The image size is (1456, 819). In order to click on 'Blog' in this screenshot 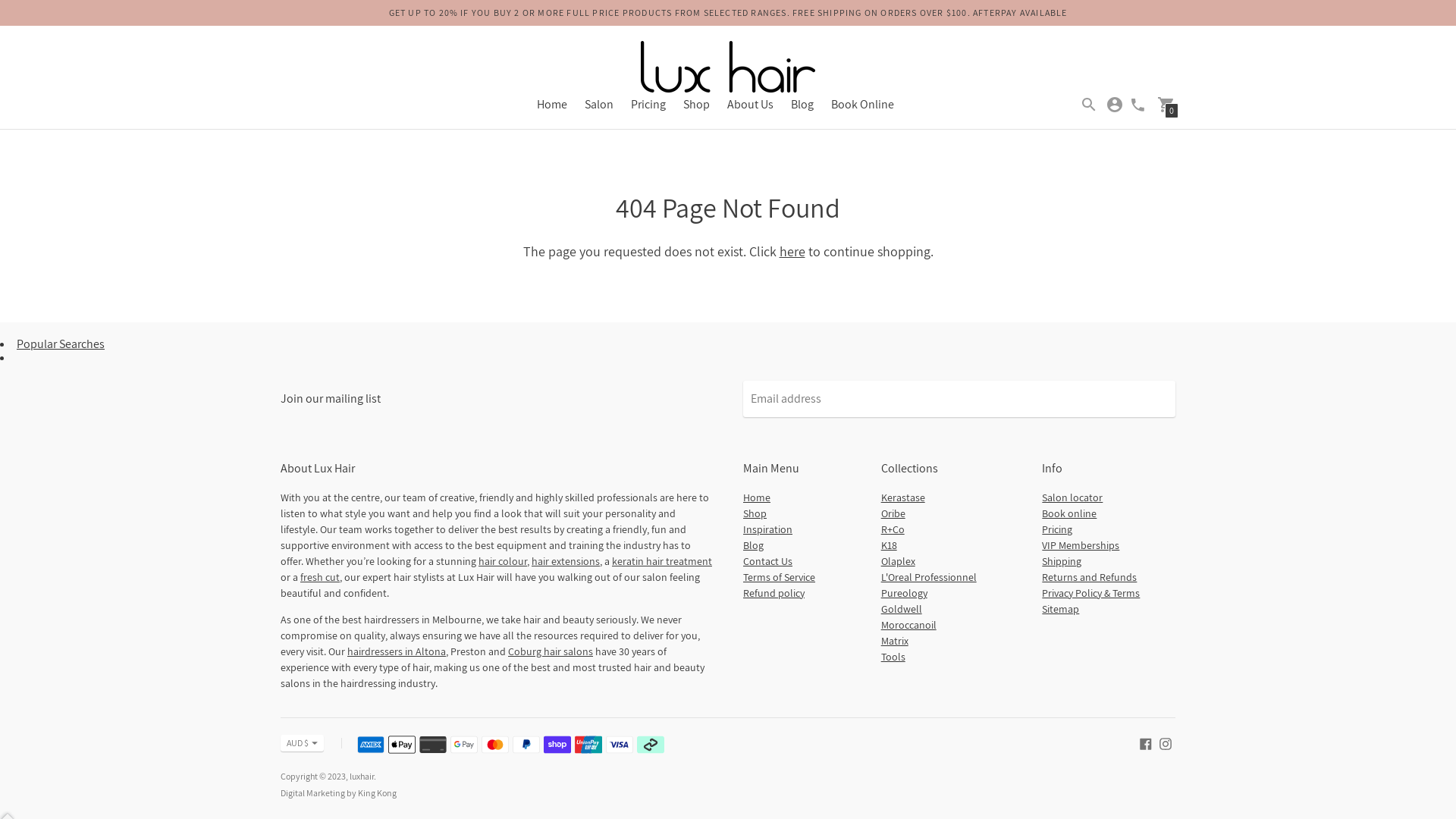, I will do `click(753, 544)`.